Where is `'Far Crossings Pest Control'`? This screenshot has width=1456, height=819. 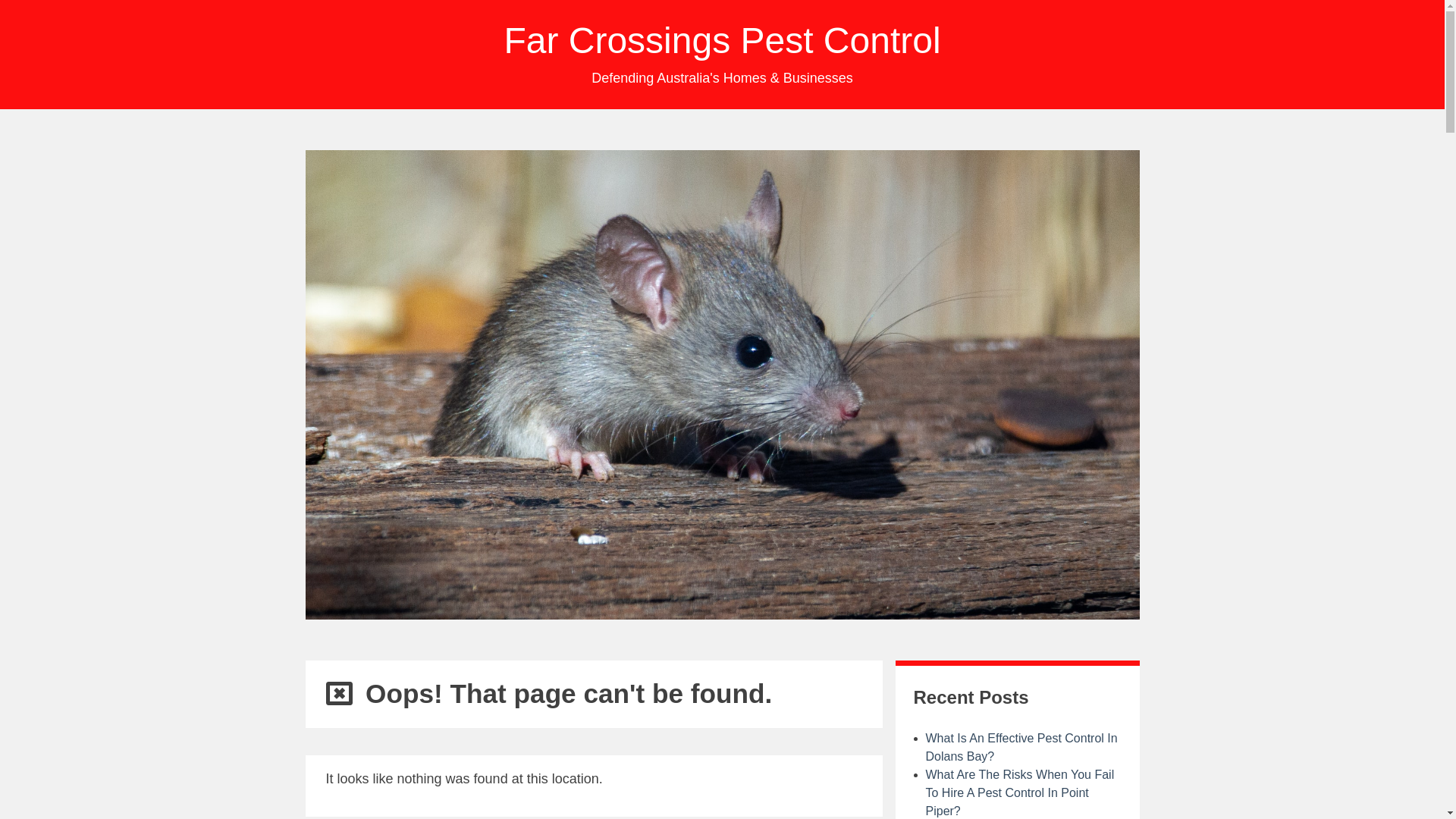
'Far Crossings Pest Control' is located at coordinates (720, 39).